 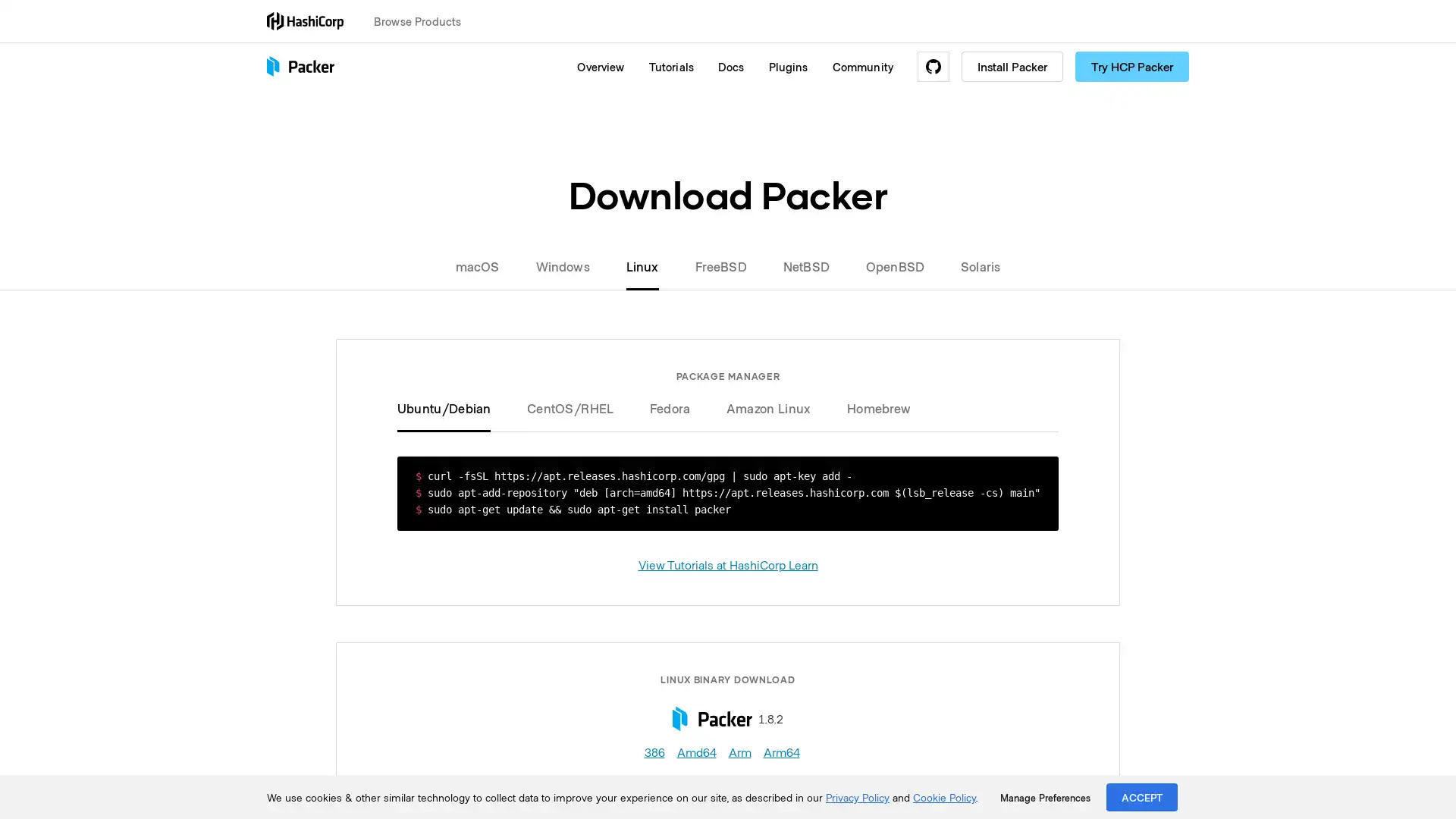 I want to click on ACCEPT, so click(x=1142, y=796).